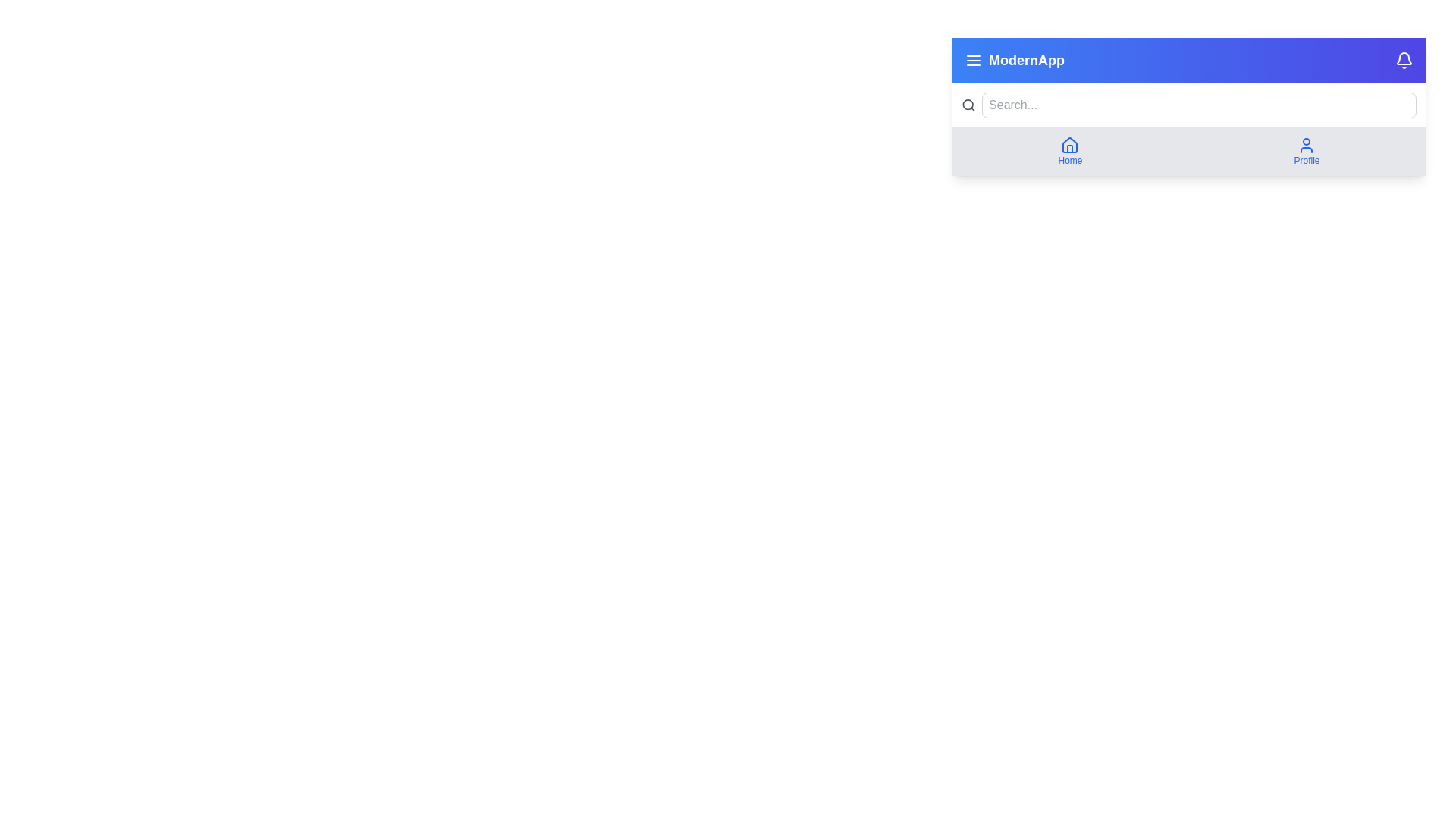 Image resolution: width=1456 pixels, height=819 pixels. What do you see at coordinates (1069, 146) in the screenshot?
I see `the blue outlined house icon in the navigation panel` at bounding box center [1069, 146].